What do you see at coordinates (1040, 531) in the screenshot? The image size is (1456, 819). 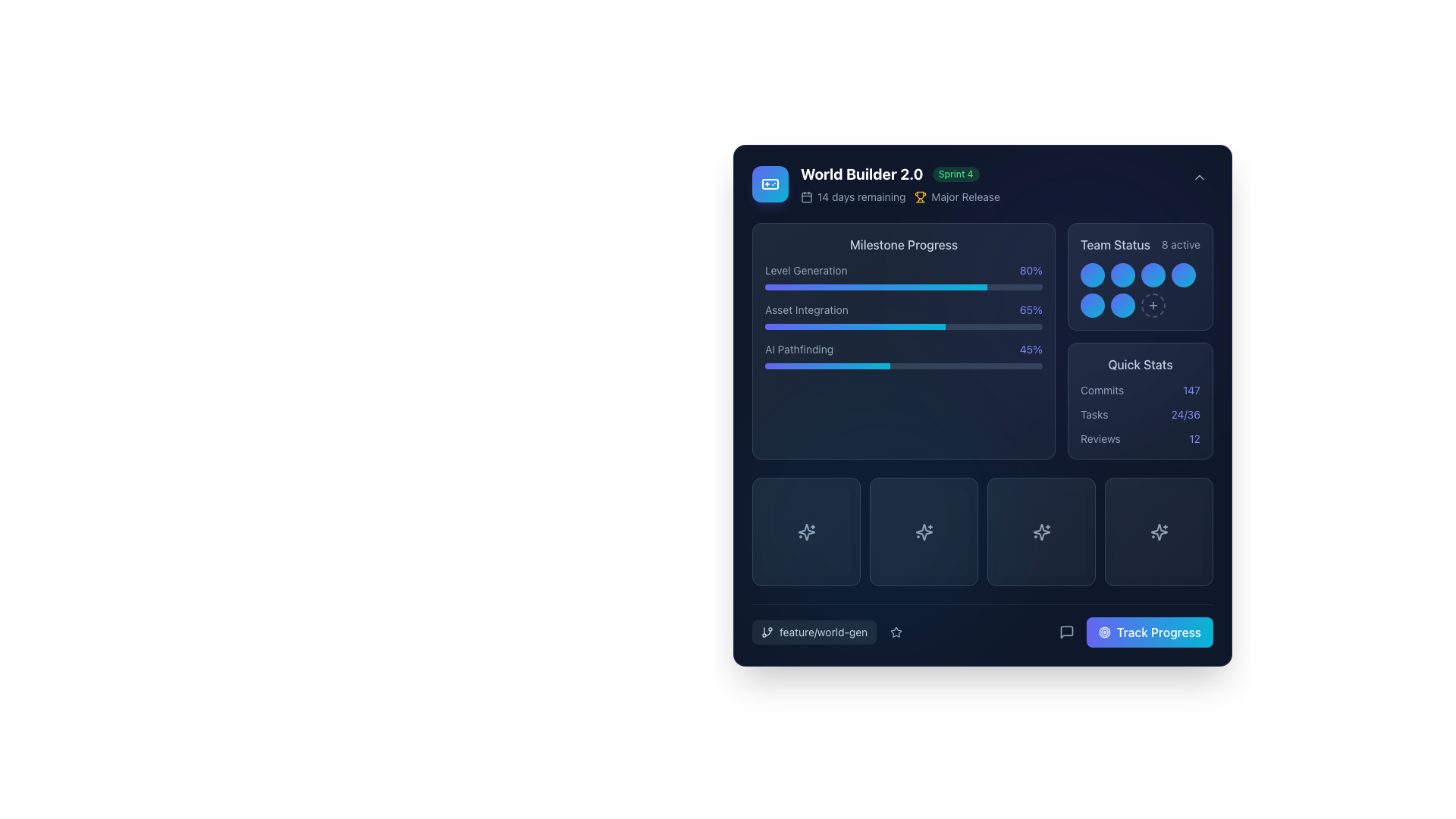 I see `the star-like icon with a sparkly design that represents special features, located inside the third square of a row of four square containers at the bottom of the panel` at bounding box center [1040, 531].